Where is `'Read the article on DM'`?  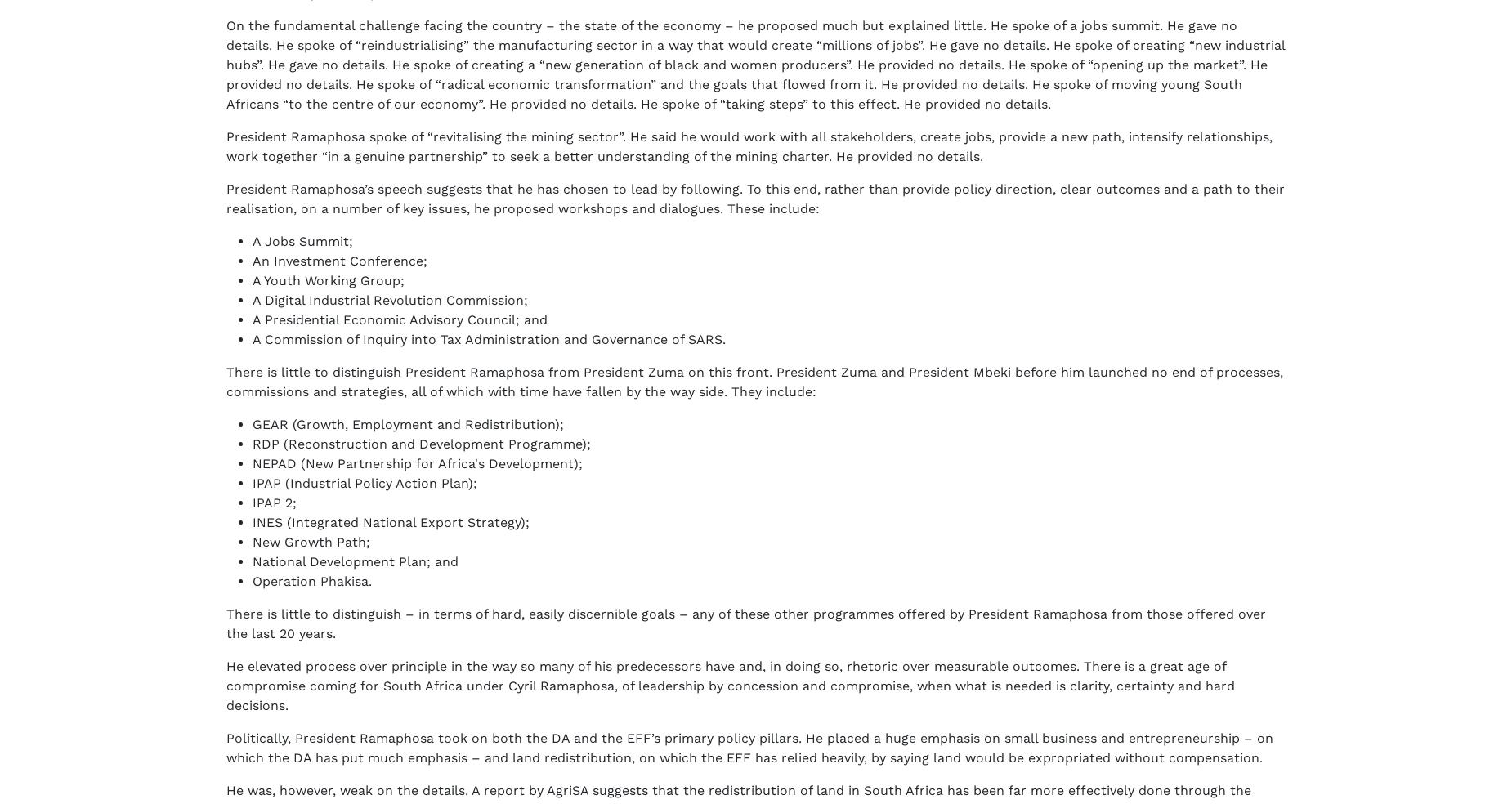 'Read the article on DM' is located at coordinates (302, 273).